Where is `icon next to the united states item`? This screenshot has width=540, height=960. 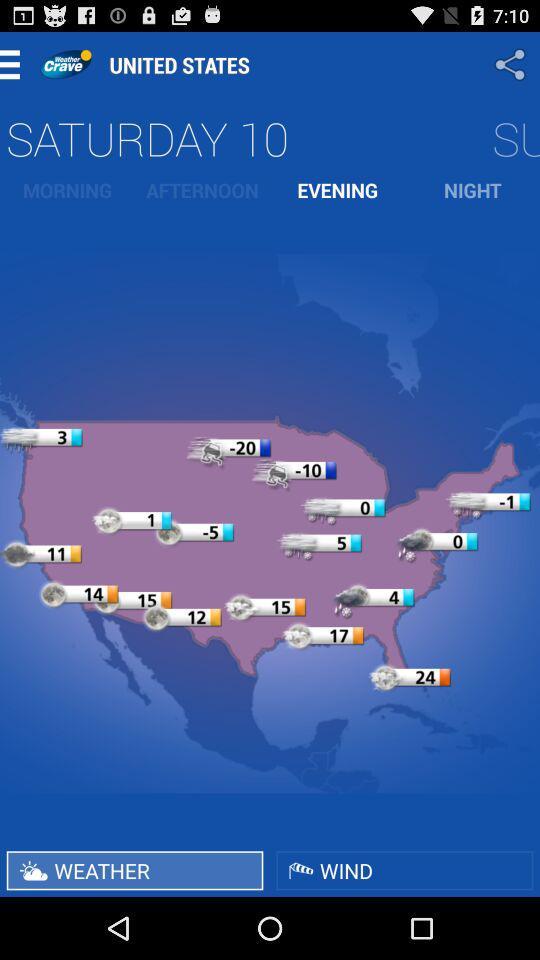
icon next to the united states item is located at coordinates (65, 64).